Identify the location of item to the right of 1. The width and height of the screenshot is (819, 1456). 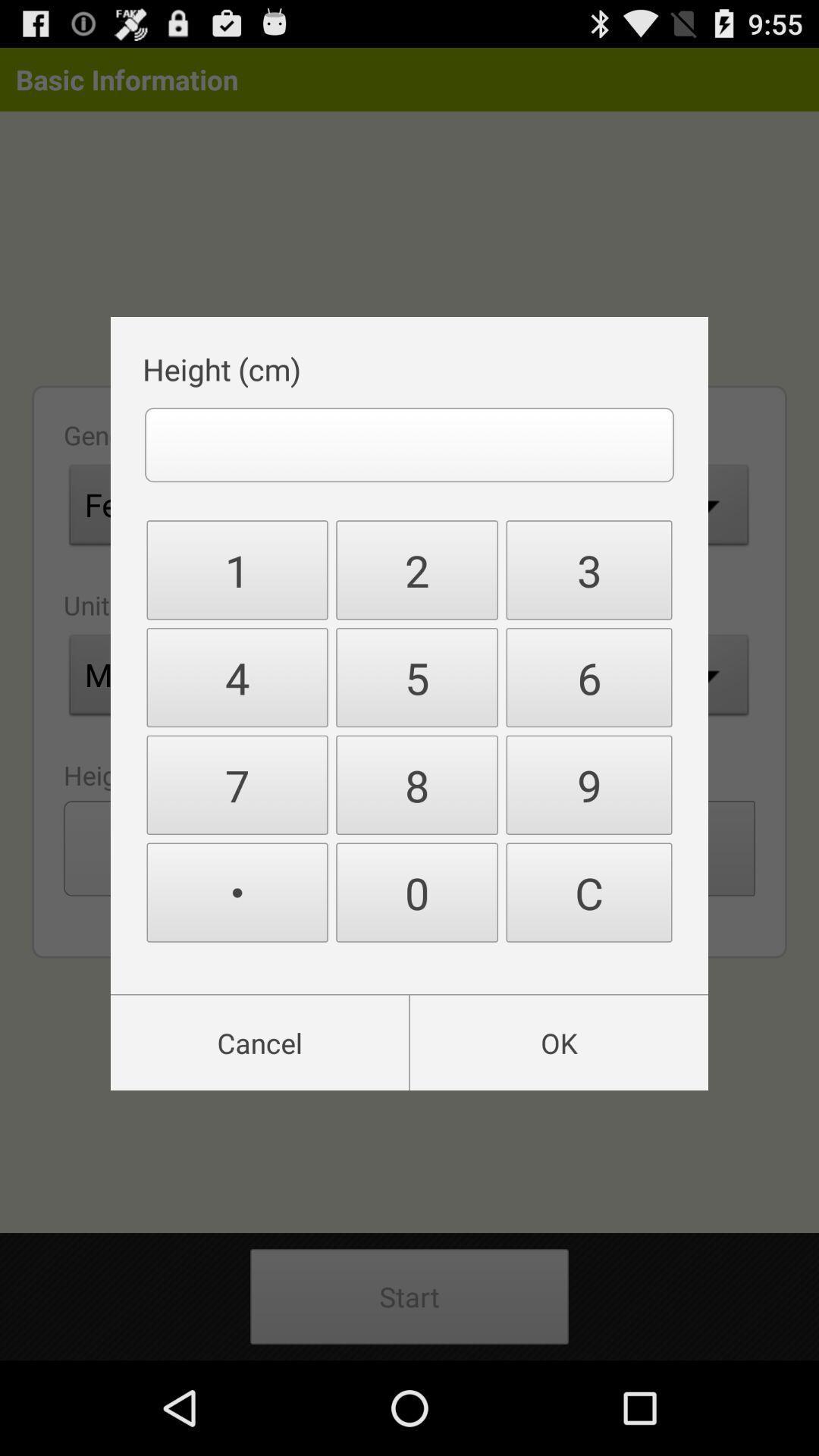
(417, 676).